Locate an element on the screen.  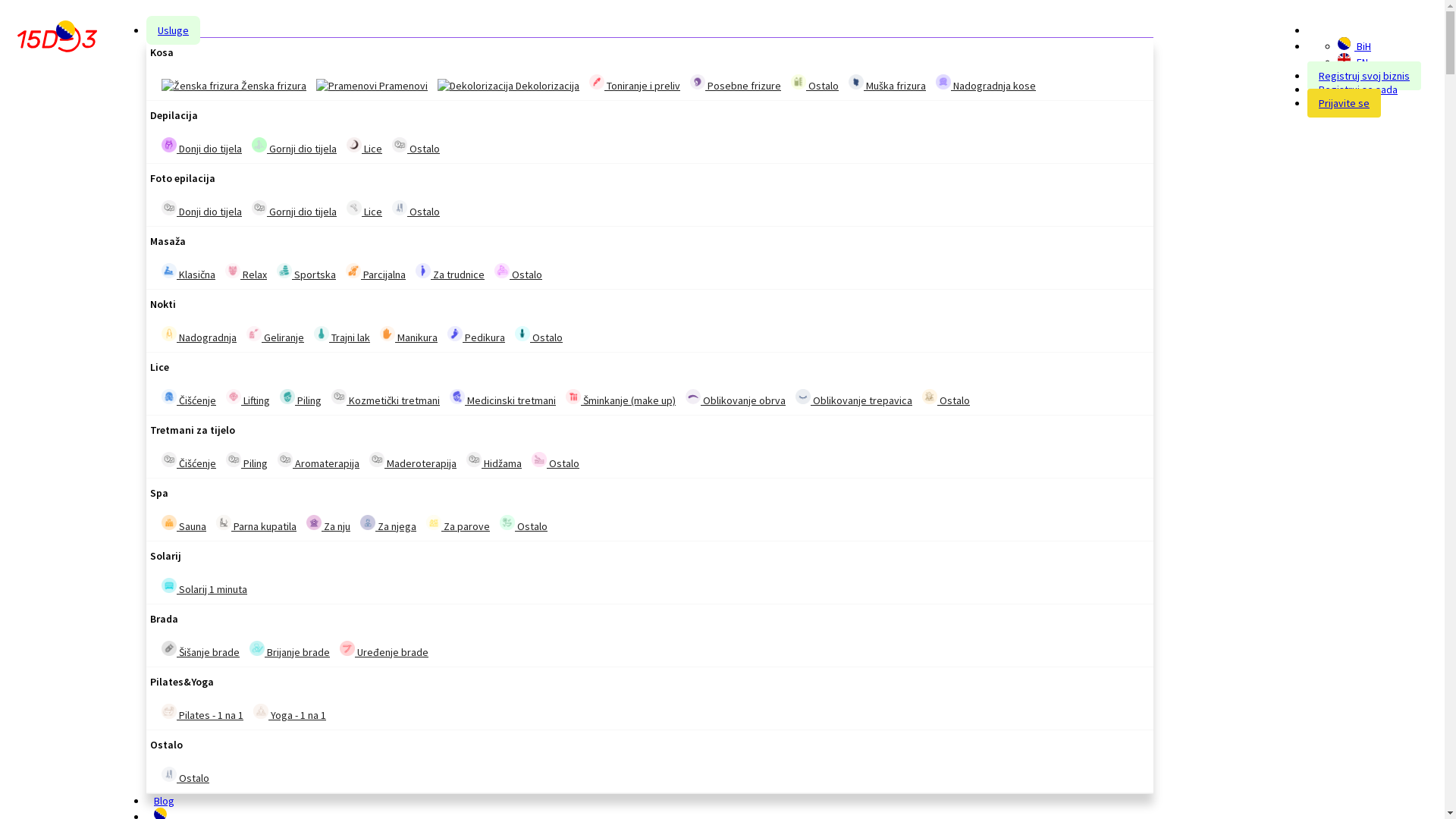
'Maderoterapija' is located at coordinates (369, 458).